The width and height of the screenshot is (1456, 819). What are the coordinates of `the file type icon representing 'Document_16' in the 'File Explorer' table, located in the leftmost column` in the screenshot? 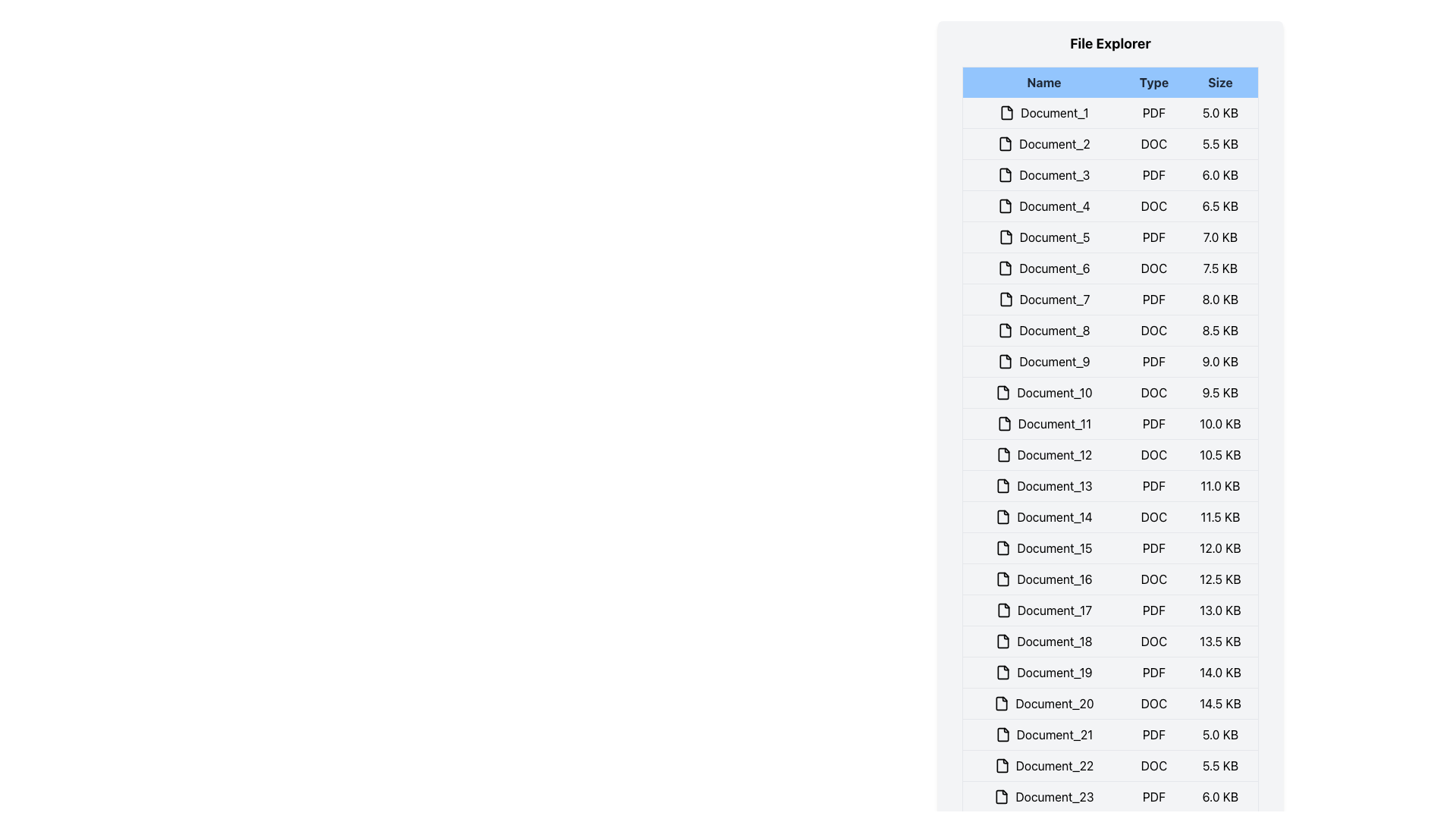 It's located at (1003, 579).